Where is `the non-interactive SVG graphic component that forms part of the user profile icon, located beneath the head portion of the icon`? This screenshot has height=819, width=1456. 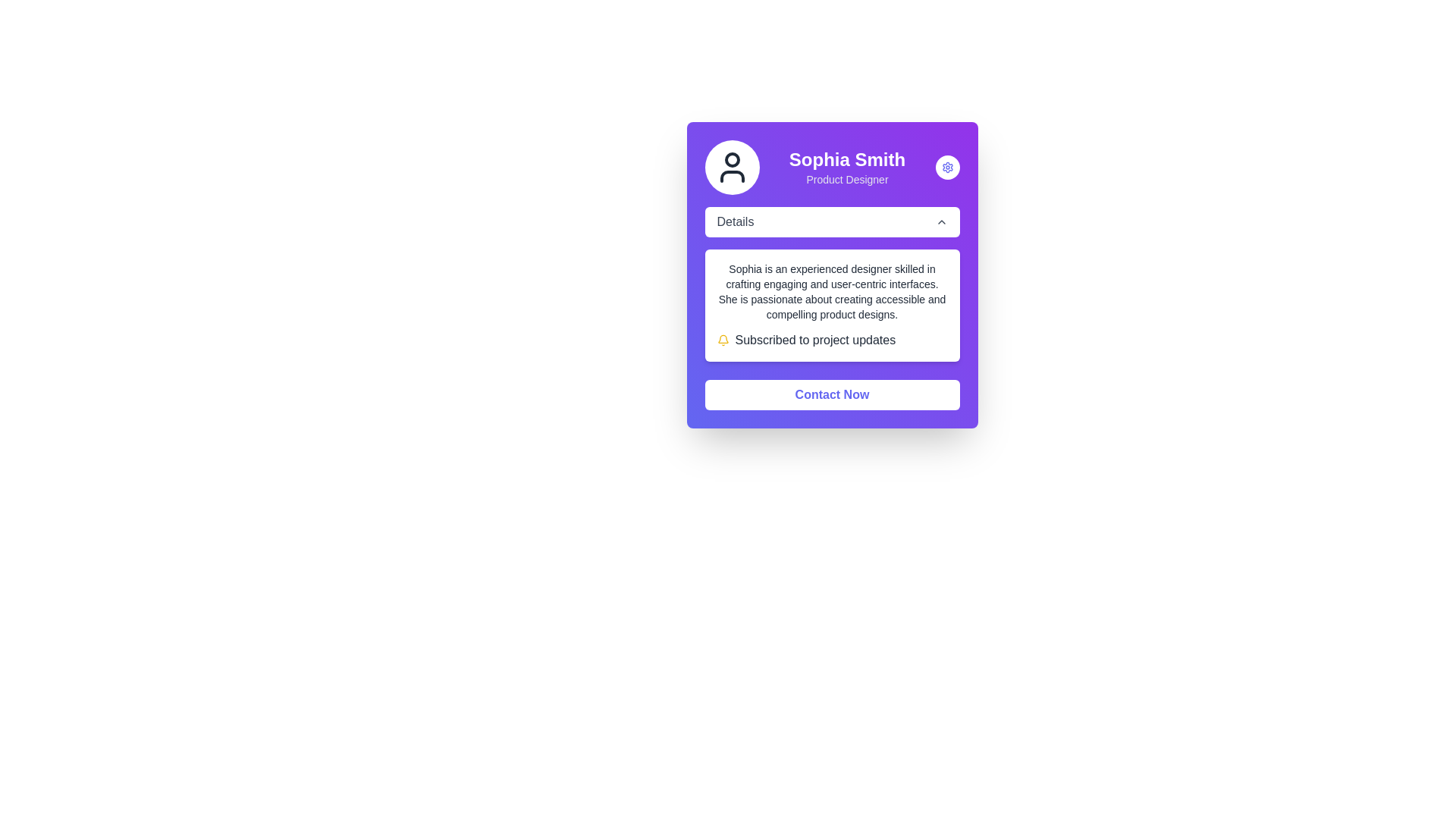 the non-interactive SVG graphic component that forms part of the user profile icon, located beneath the head portion of the icon is located at coordinates (732, 175).